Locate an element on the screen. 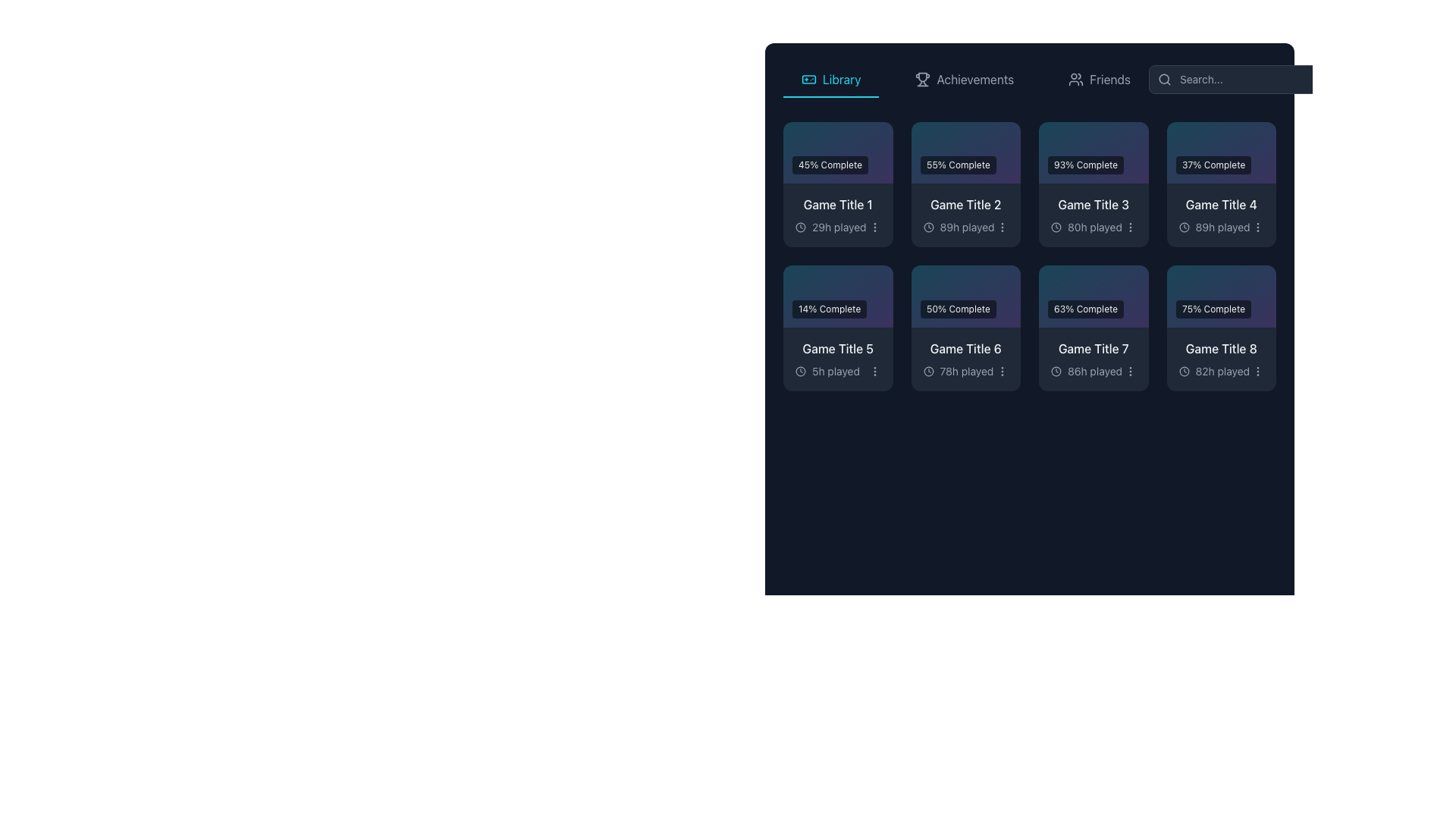 The height and width of the screenshot is (819, 1456). the Overflow menu icon (triple-dot icon) located at the bottom-right corner of the 'Game Title 8' card is located at coordinates (1258, 371).